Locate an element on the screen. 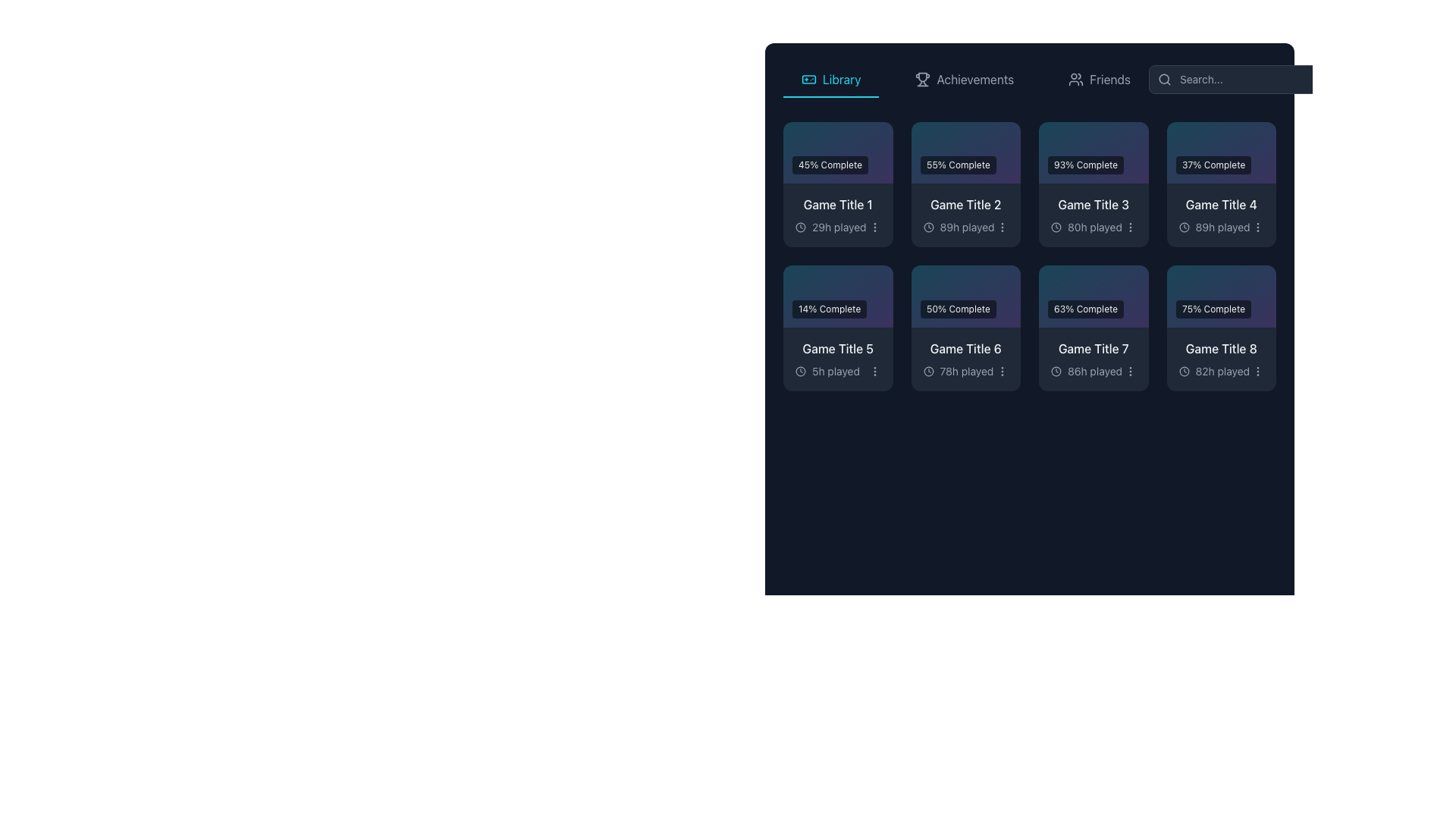 The height and width of the screenshot is (819, 1456). the Overflow menu icon (triple-dot icon) located at the bottom-right corner of the 'Game Title 8' card is located at coordinates (1258, 371).